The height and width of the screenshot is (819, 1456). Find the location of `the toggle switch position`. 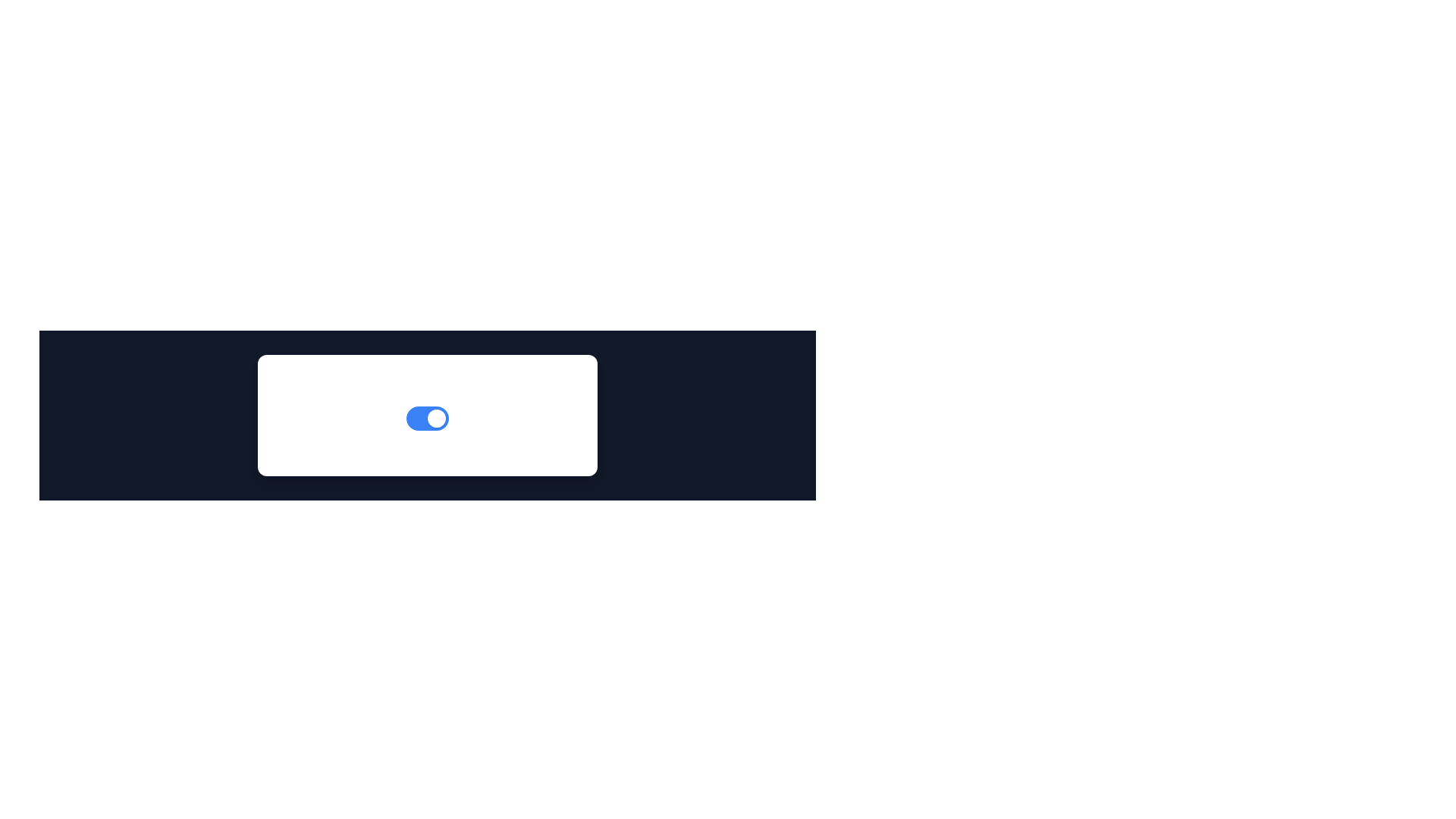

the toggle switch position is located at coordinates (408, 418).